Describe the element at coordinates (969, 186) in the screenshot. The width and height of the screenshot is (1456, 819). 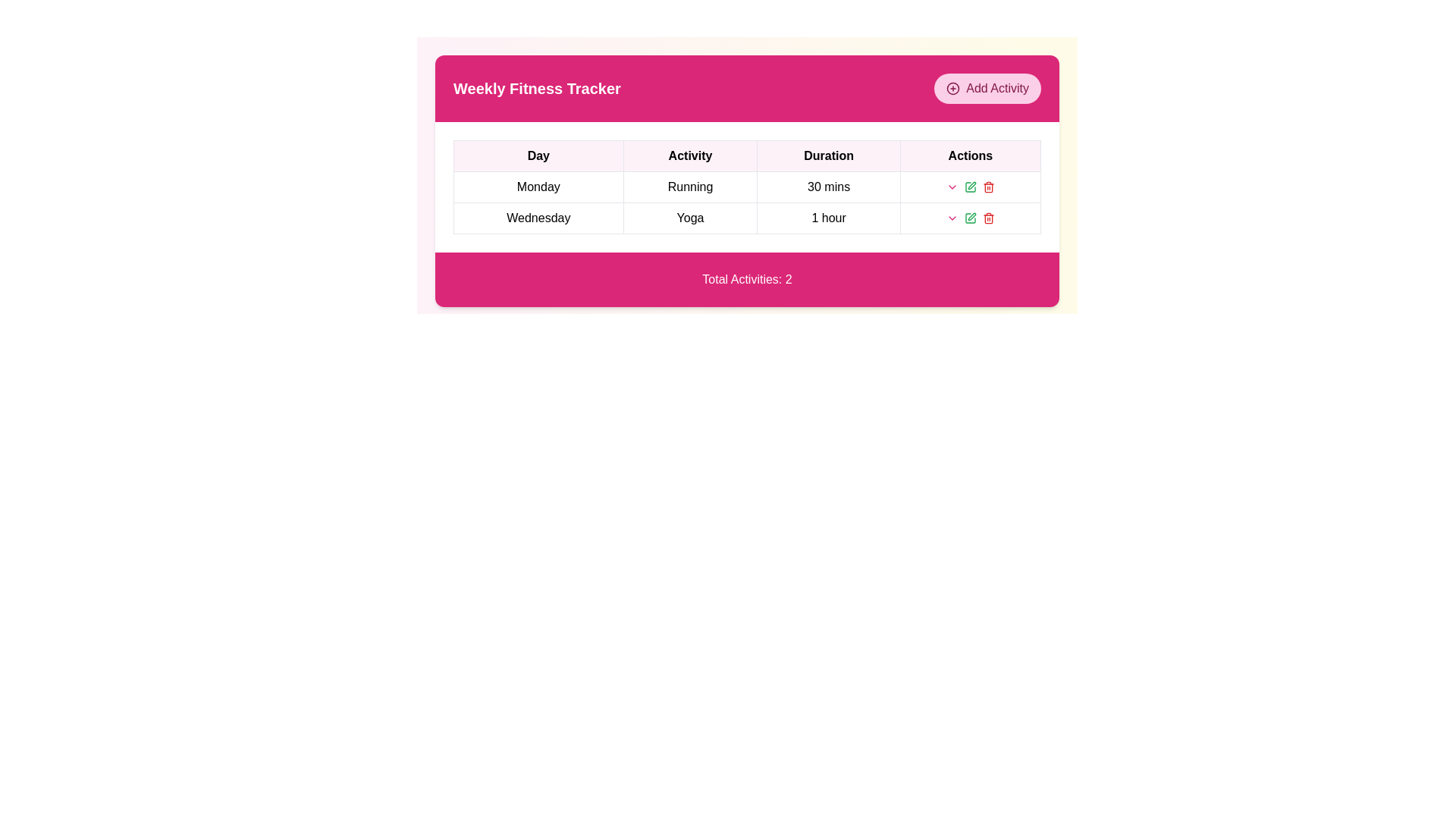
I see `the interactive icon in the table cell of the first row and fourth column, which corresponds to the 'Running' activity scheduled for 'Monday'` at that location.